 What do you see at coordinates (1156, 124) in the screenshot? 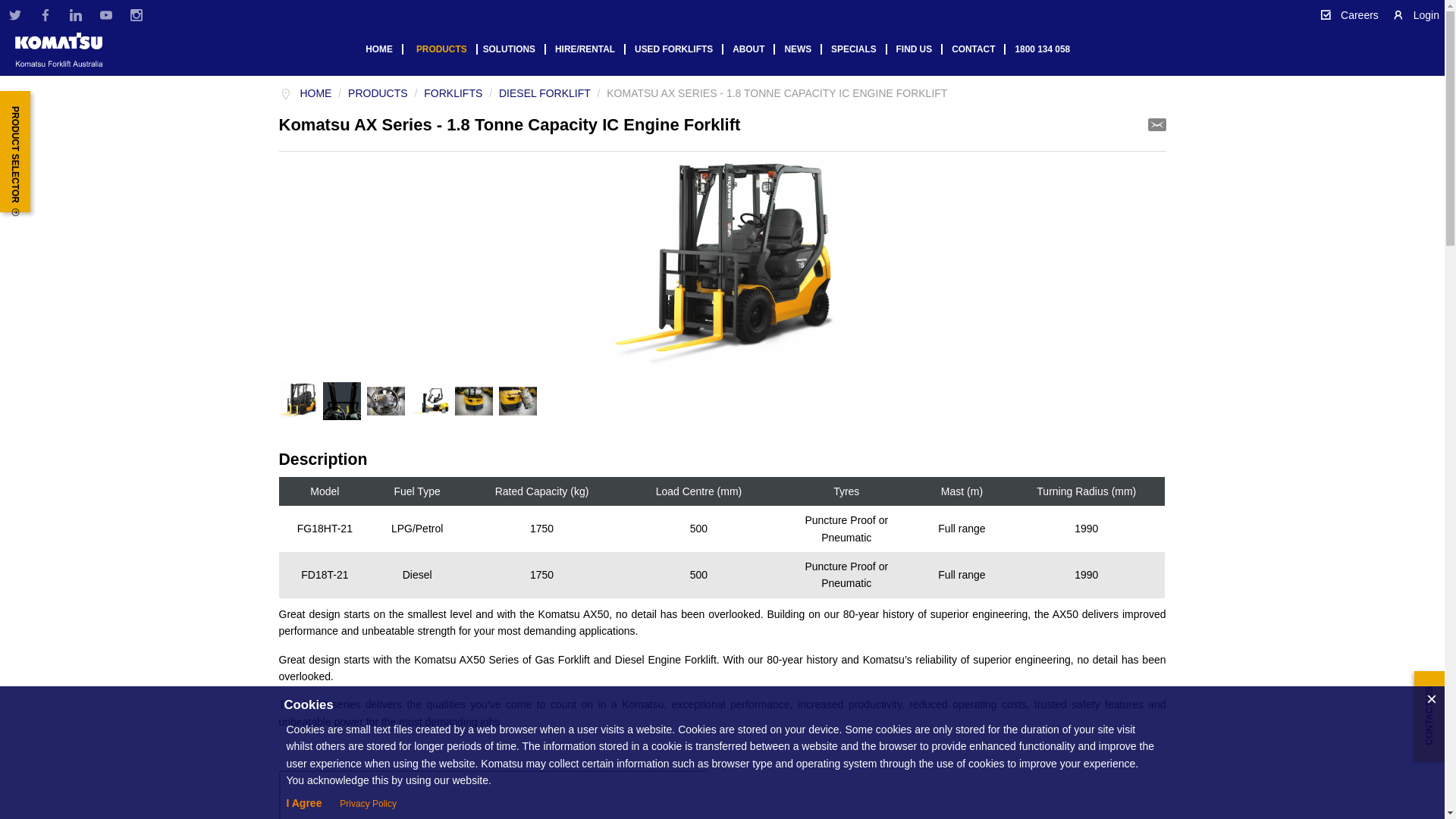
I see `'Email'` at bounding box center [1156, 124].